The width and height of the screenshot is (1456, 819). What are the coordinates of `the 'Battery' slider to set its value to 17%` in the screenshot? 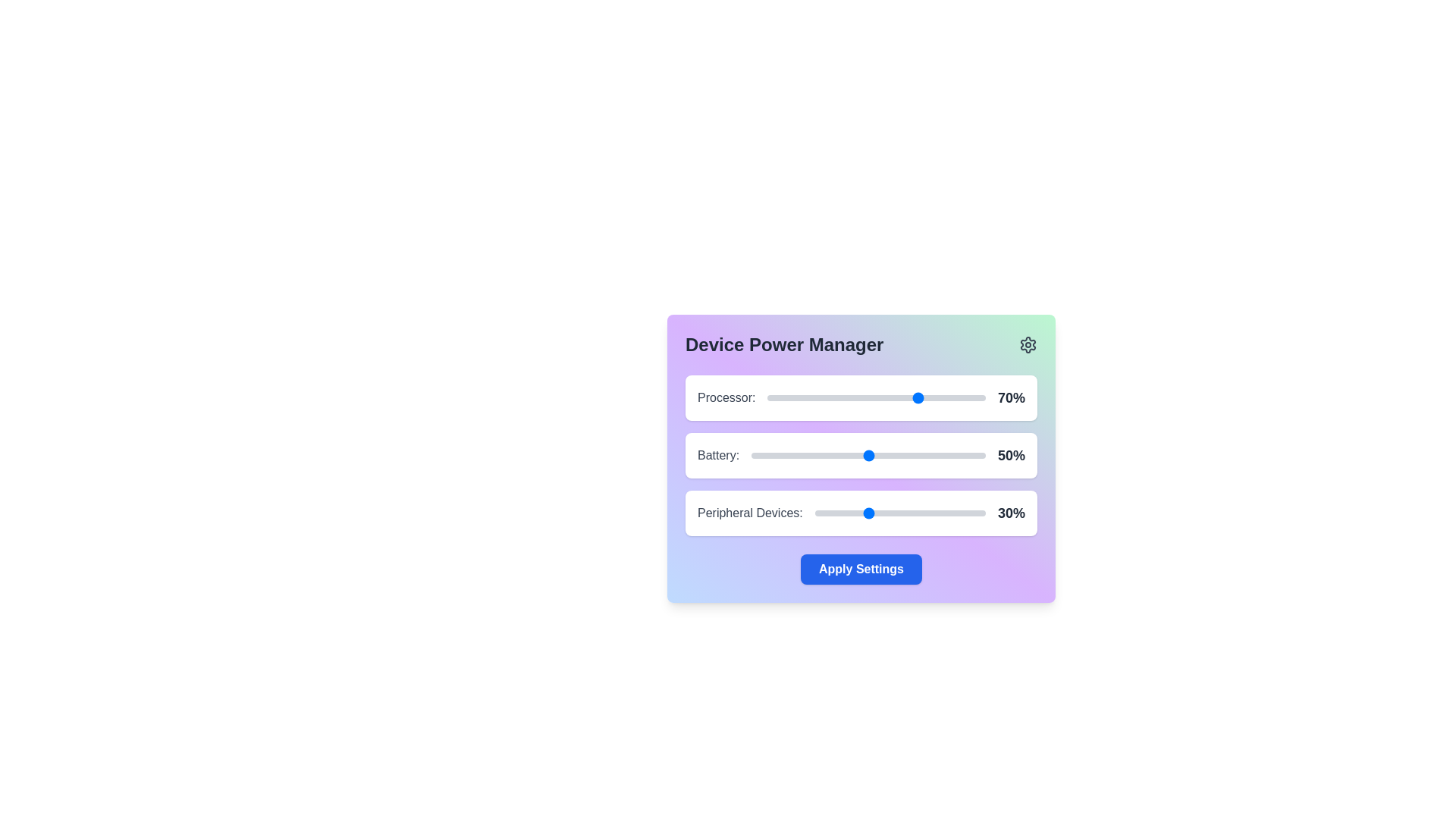 It's located at (790, 455).